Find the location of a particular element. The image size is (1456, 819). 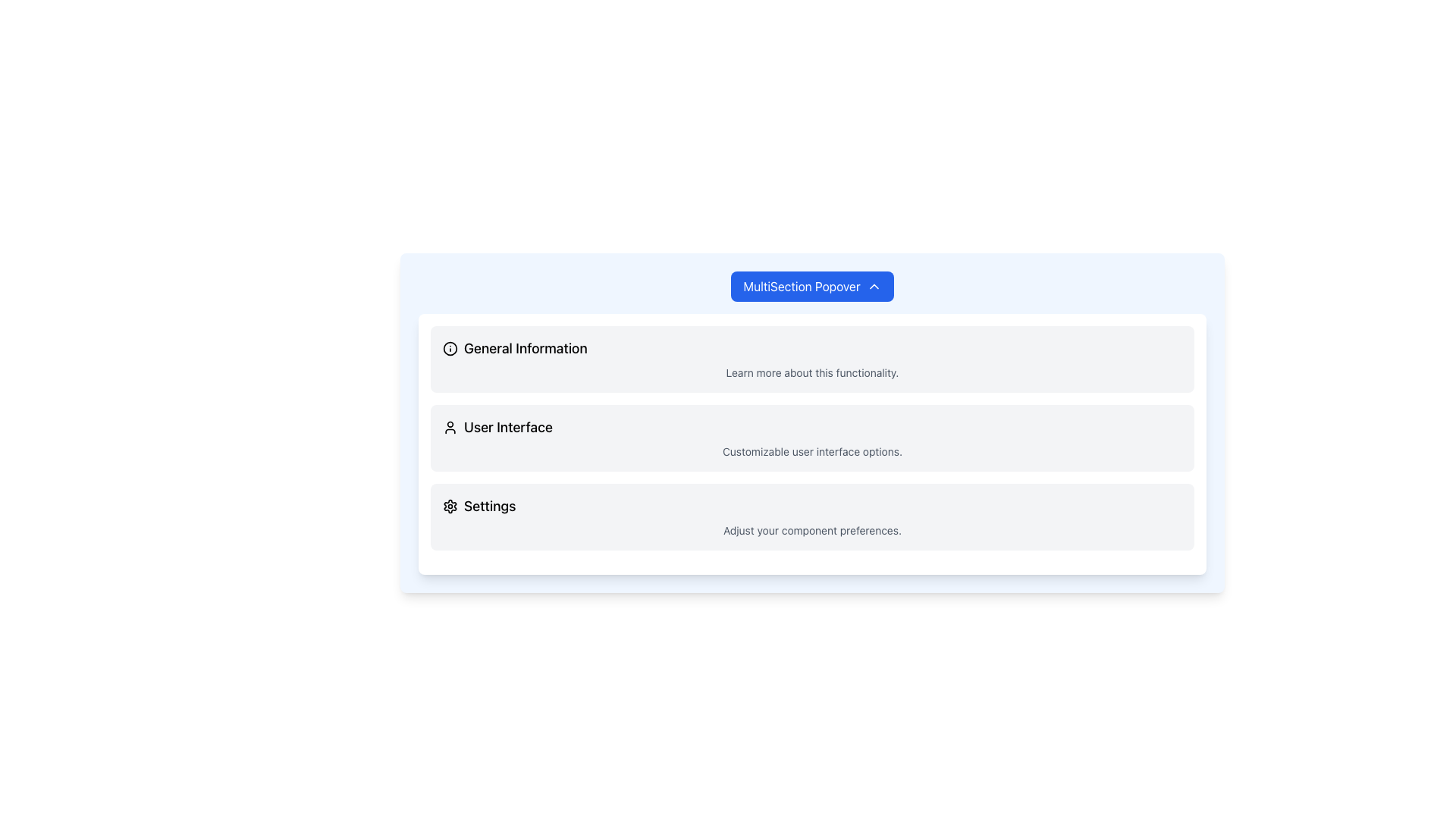

the text description 'Learn more about this functionality.' located at the bottom-right corner of the 'General Information' section is located at coordinates (811, 373).